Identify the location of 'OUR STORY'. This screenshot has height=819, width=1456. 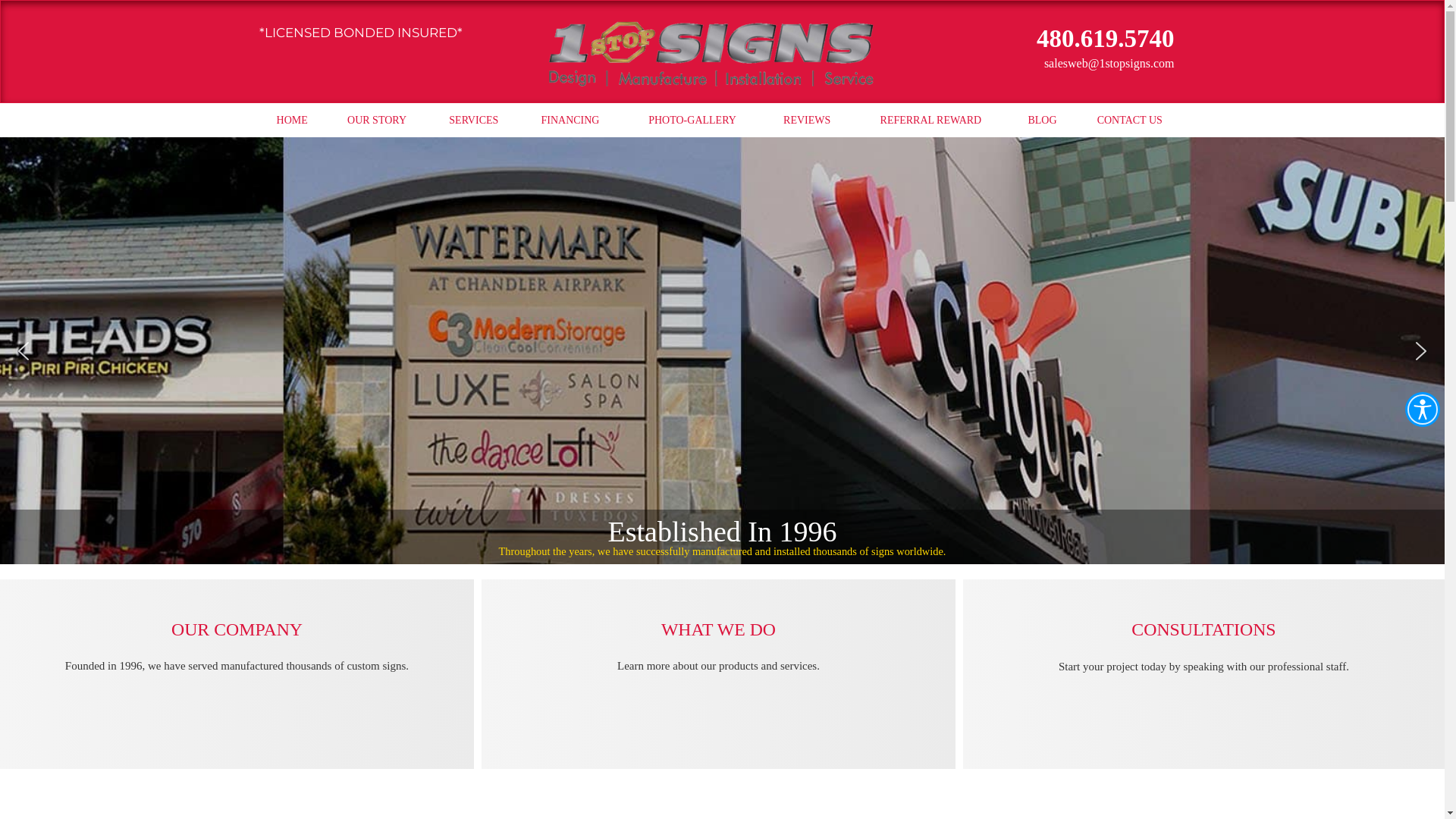
(377, 119).